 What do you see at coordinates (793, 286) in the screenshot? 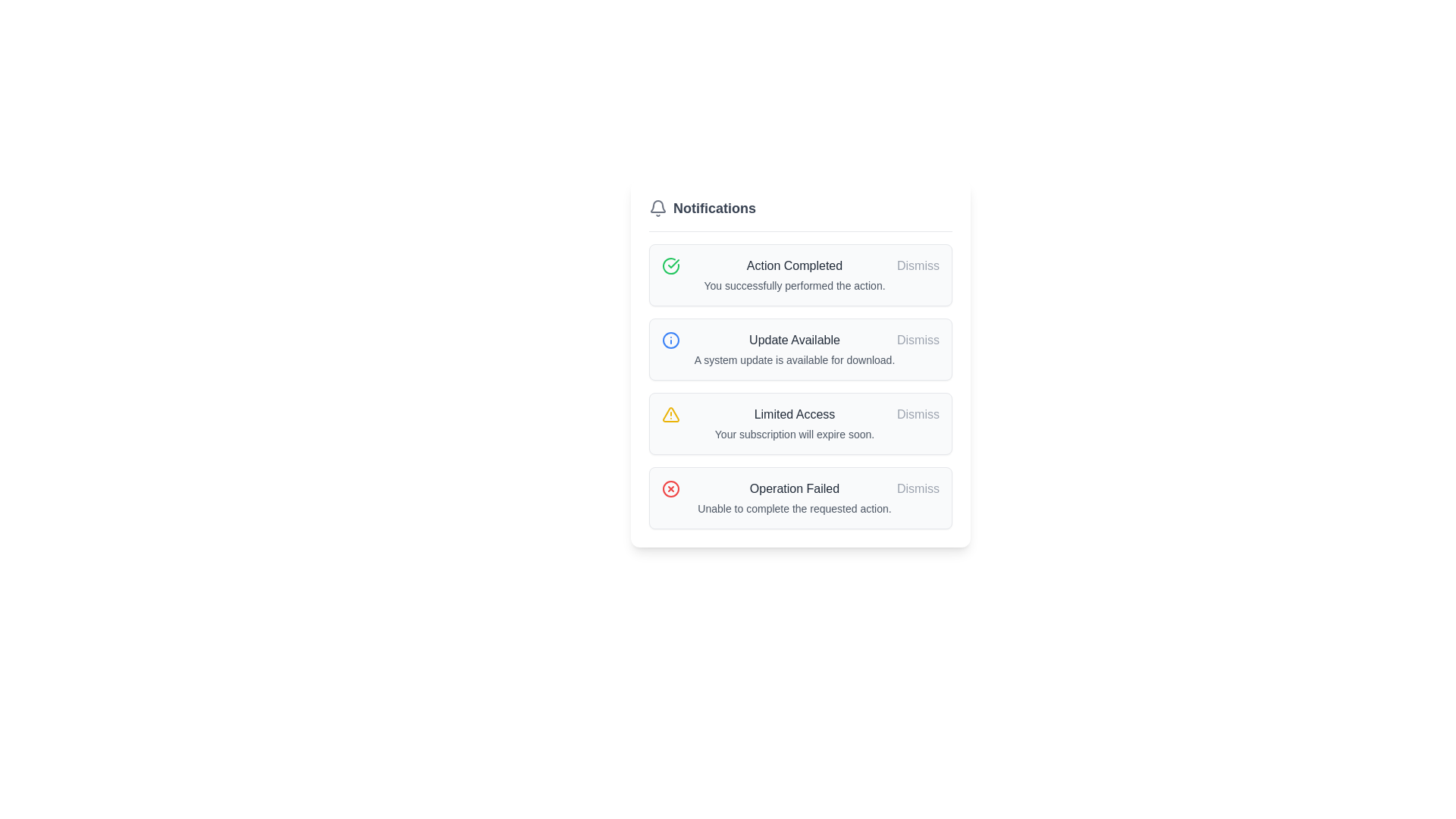
I see `the text display element with a gray font color located immediately below the 'Action Completed' title in the notification card` at bounding box center [793, 286].